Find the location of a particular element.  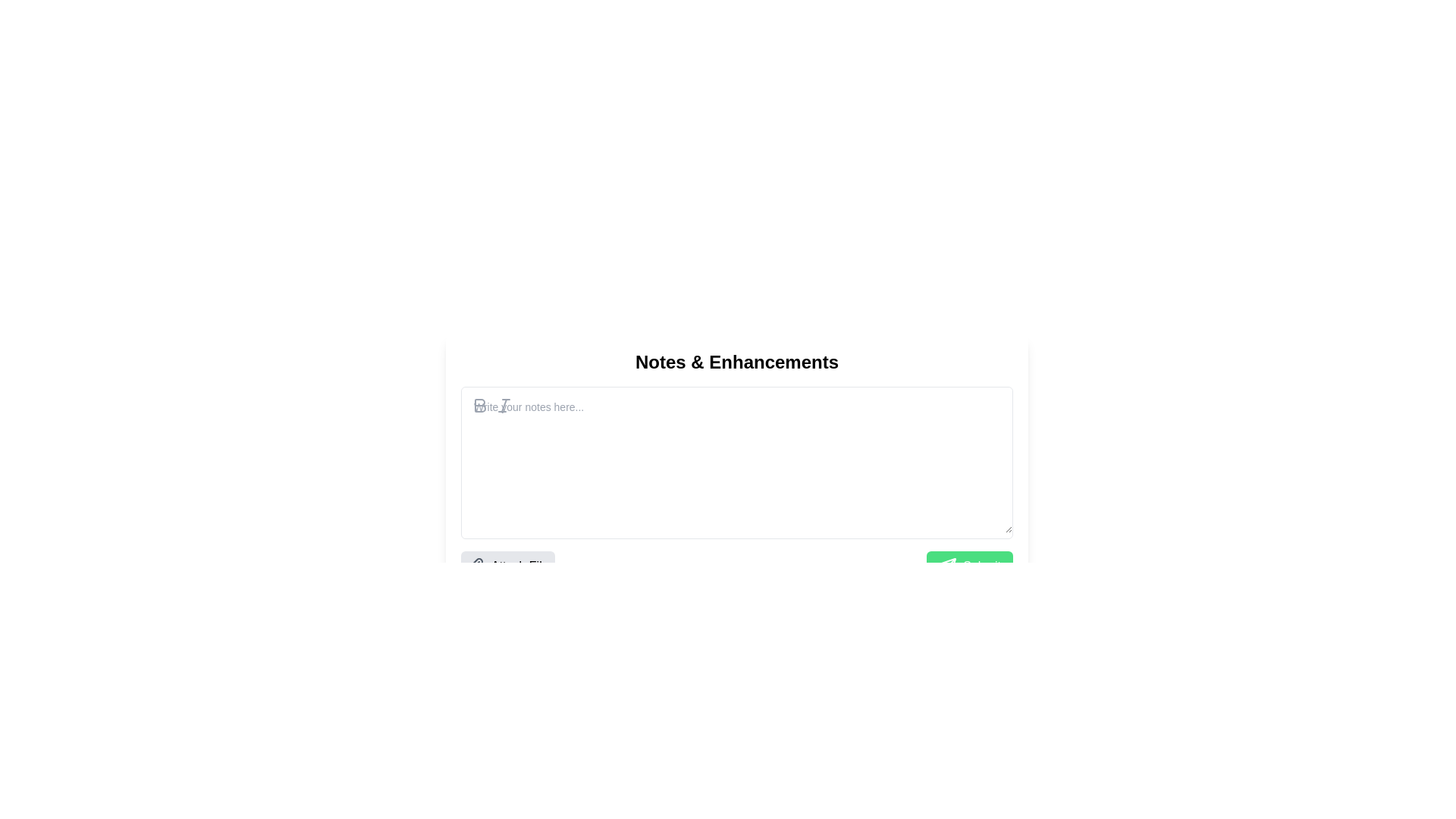

the paperclip-shaped SVG icon located to the left of the 'Attach File' text within a gray rectangular button is located at coordinates (475, 566).